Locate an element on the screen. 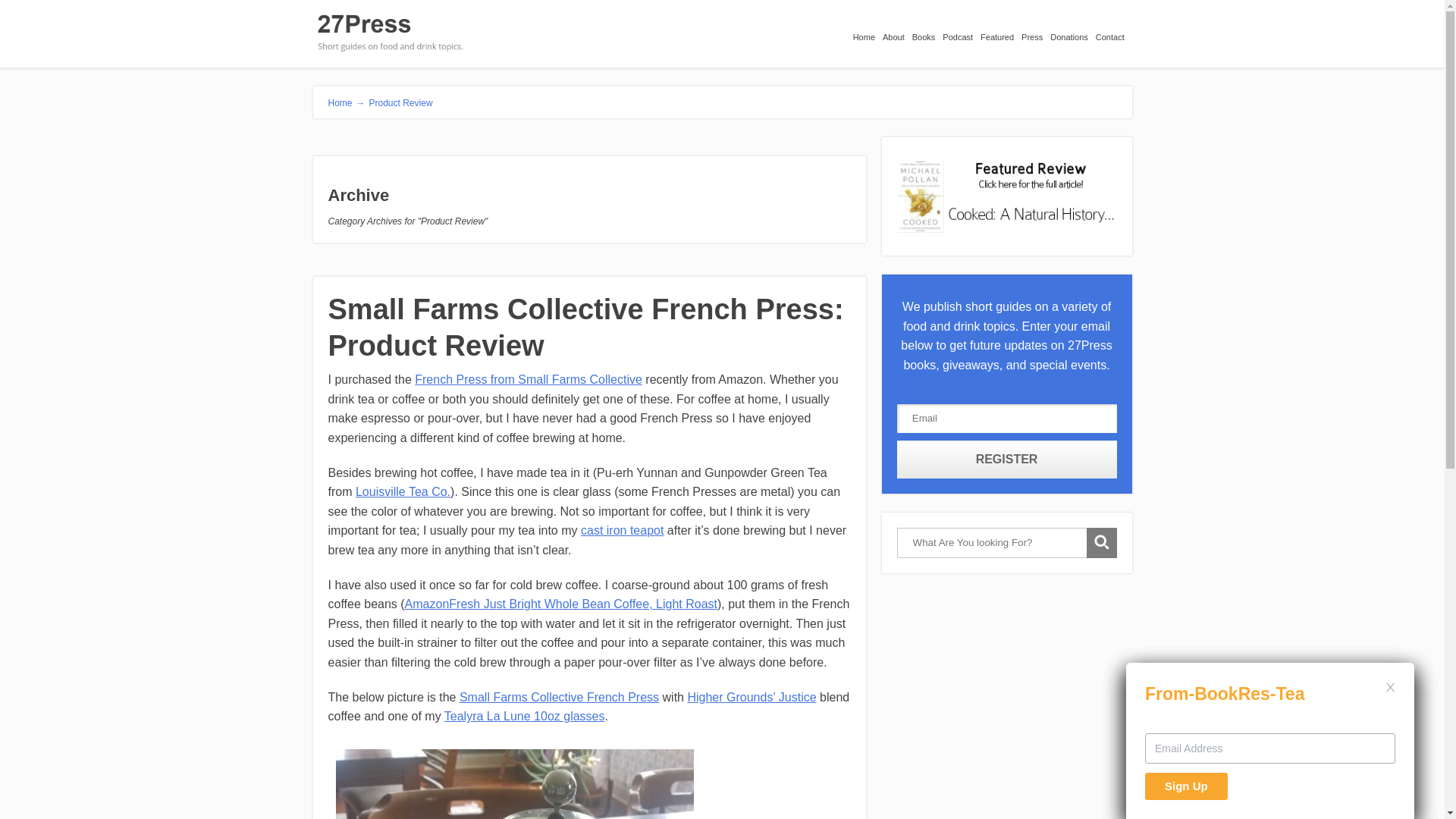 Image resolution: width=1456 pixels, height=819 pixels. 'Press' is located at coordinates (1035, 33).